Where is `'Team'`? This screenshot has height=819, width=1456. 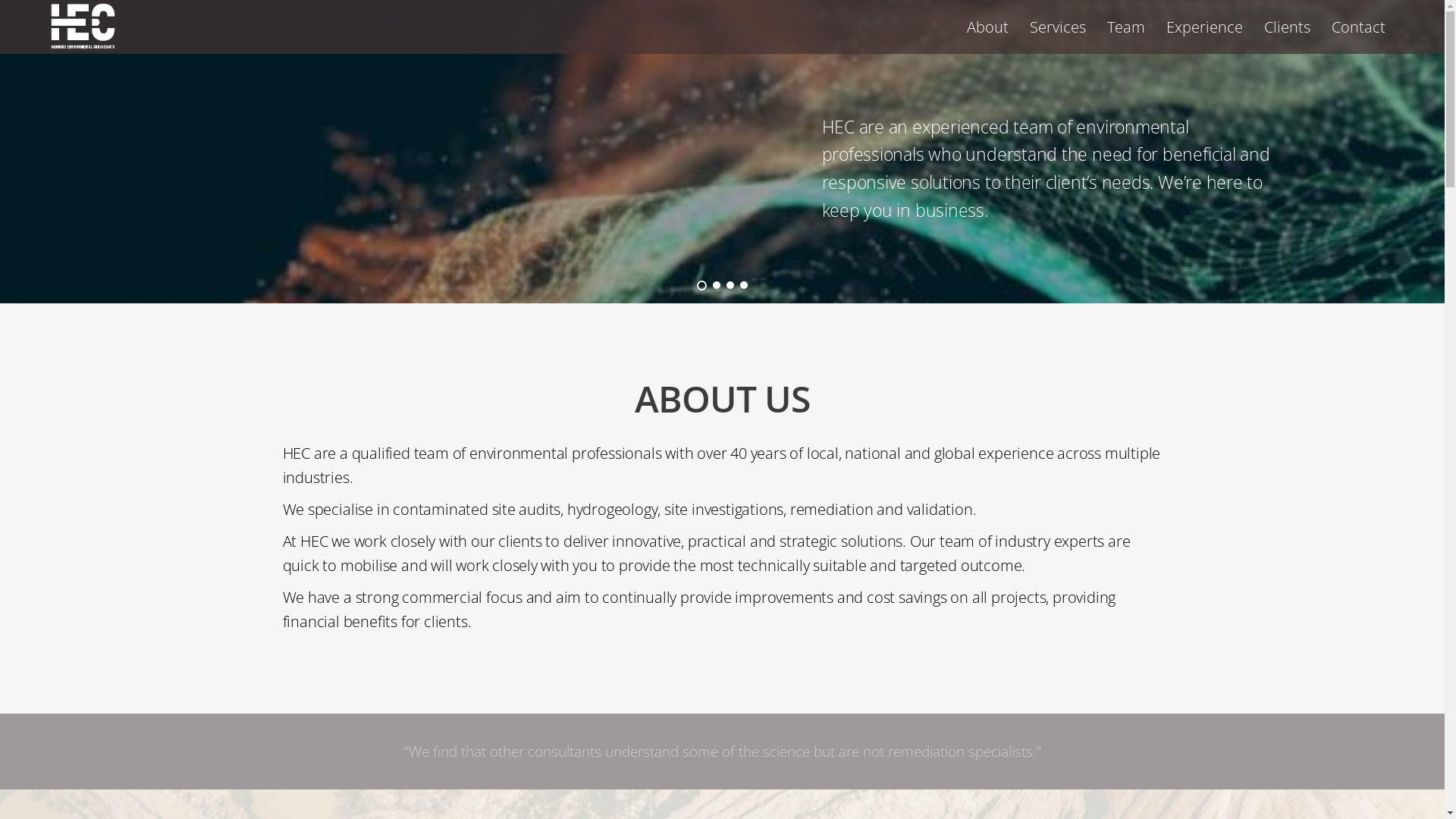 'Team' is located at coordinates (1125, 27).